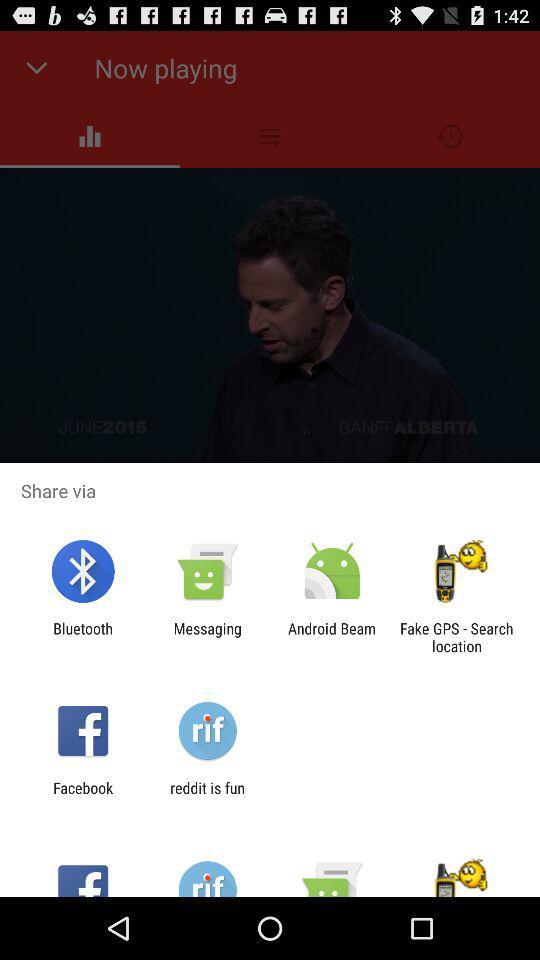  Describe the element at coordinates (206, 636) in the screenshot. I see `icon to the right of bluetooth item` at that location.